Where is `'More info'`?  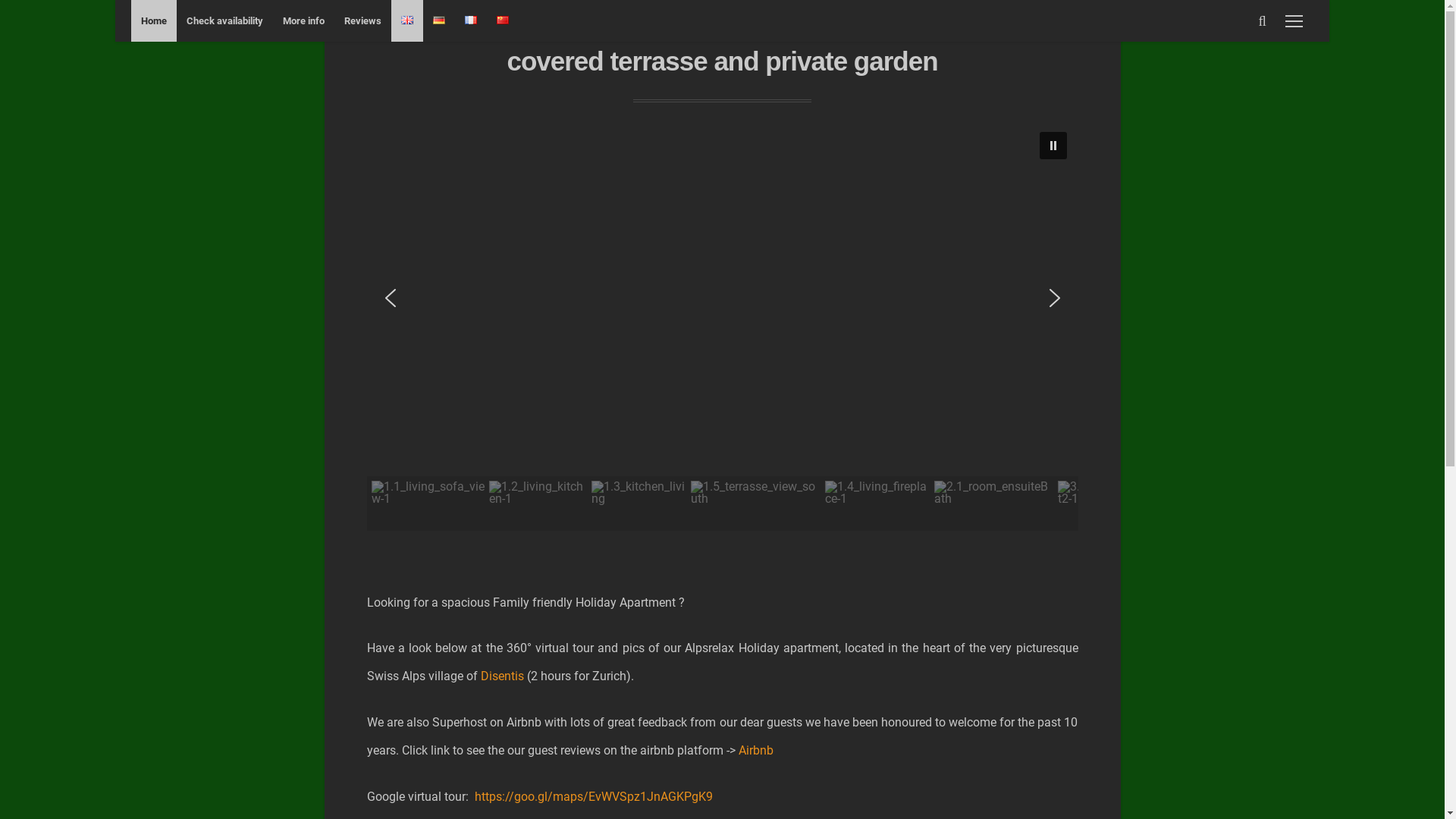 'More info' is located at coordinates (273, 20).